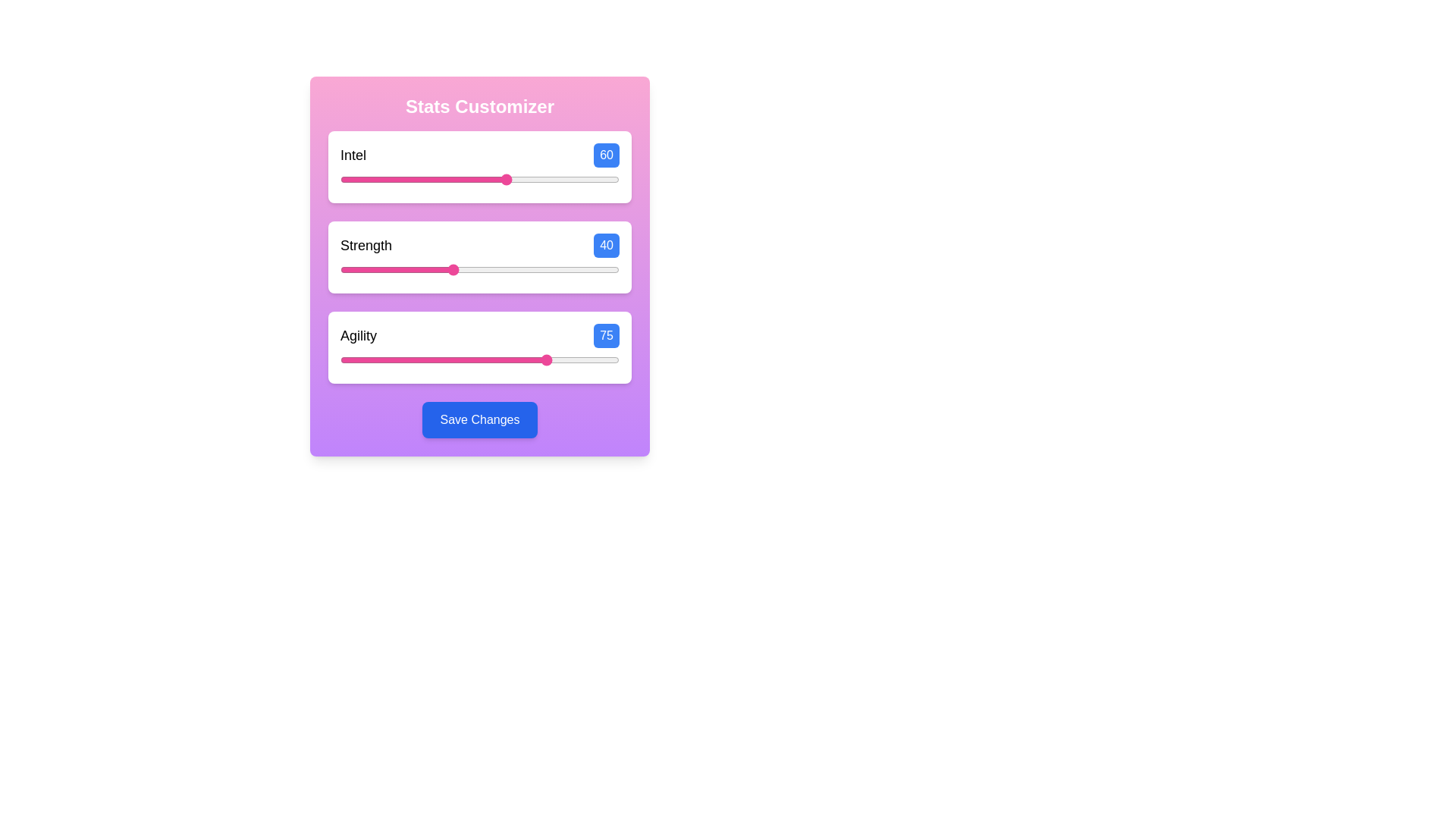 The height and width of the screenshot is (819, 1456). What do you see at coordinates (607, 245) in the screenshot?
I see `the blue rectangular badge displaying the number '40', which is located on the right side of the 'Strength' label and slider` at bounding box center [607, 245].